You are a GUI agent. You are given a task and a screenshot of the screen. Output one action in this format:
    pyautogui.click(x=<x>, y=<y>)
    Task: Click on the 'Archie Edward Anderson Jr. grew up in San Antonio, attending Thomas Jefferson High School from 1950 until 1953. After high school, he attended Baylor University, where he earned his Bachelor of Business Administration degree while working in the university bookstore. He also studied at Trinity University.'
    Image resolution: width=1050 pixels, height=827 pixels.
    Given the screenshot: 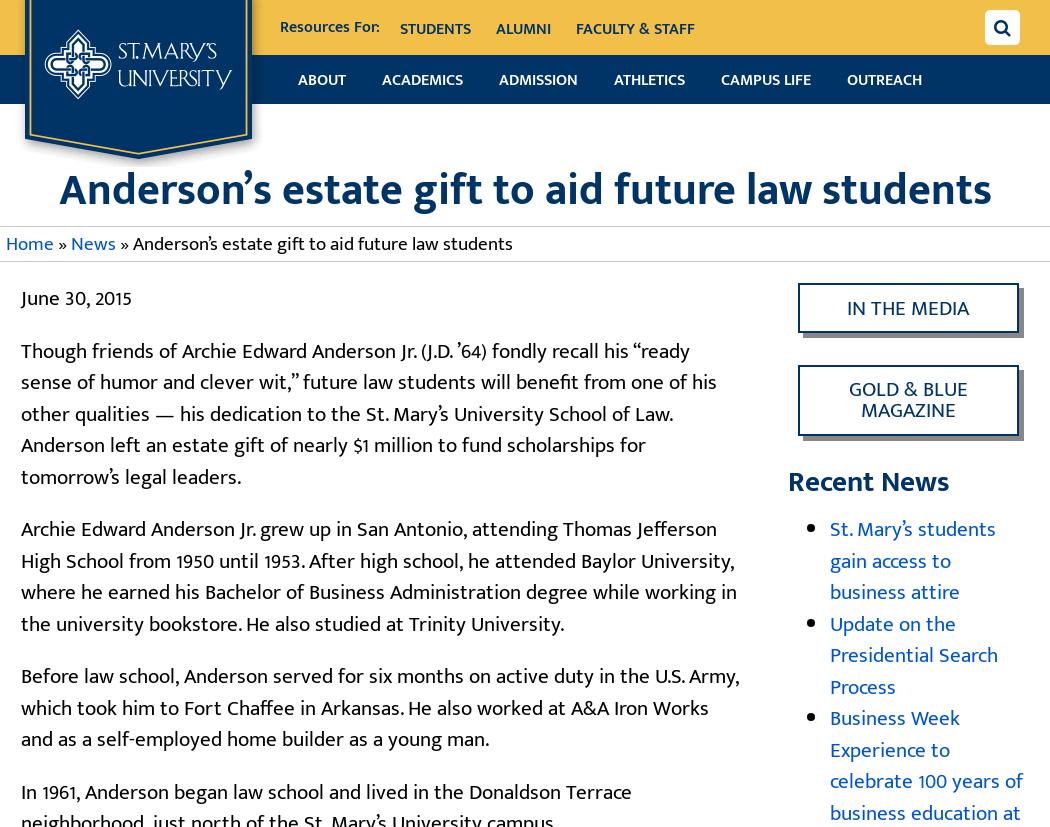 What is the action you would take?
    pyautogui.click(x=379, y=576)
    